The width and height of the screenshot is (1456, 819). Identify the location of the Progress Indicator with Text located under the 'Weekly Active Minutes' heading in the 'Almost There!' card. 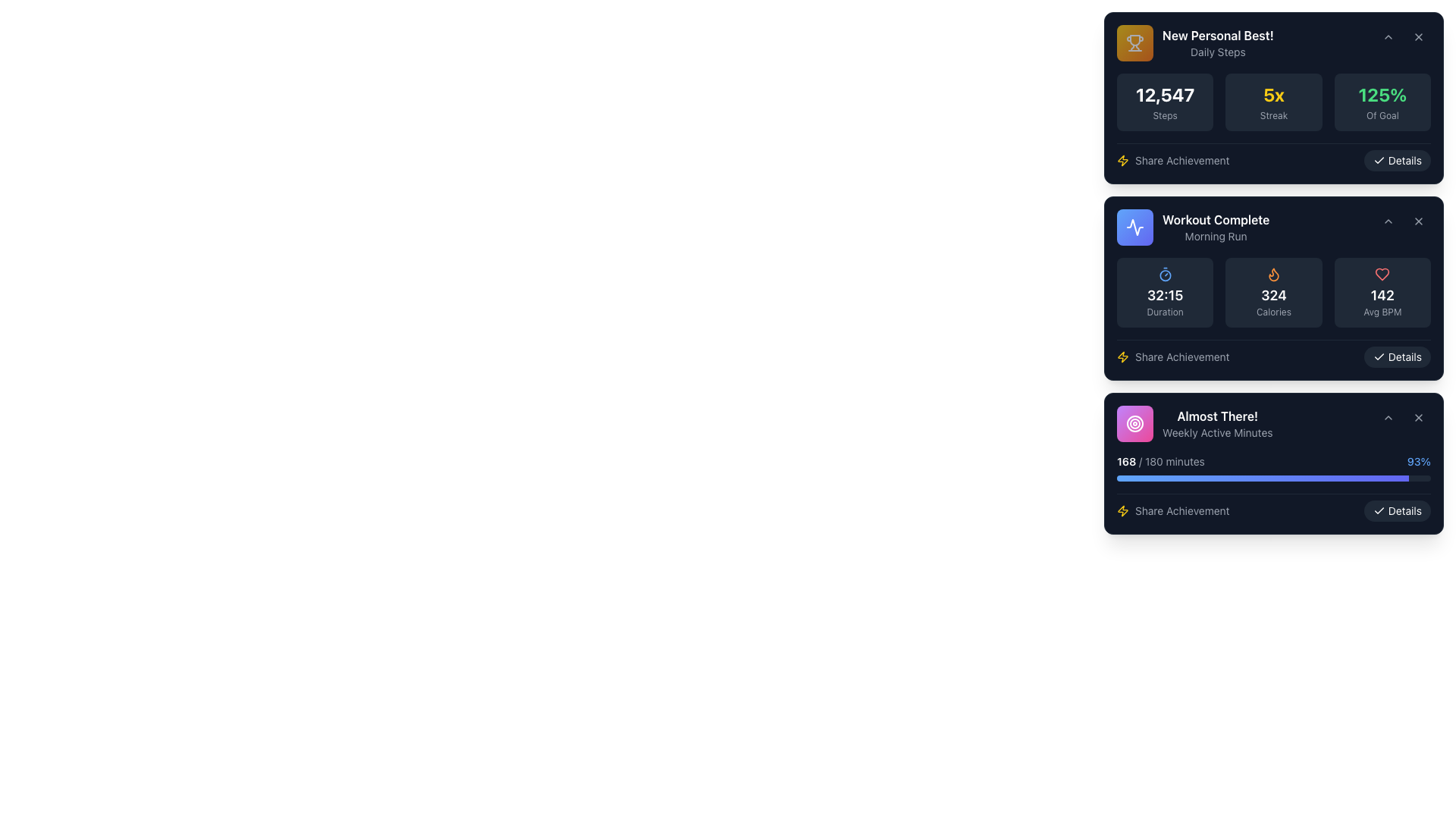
(1274, 467).